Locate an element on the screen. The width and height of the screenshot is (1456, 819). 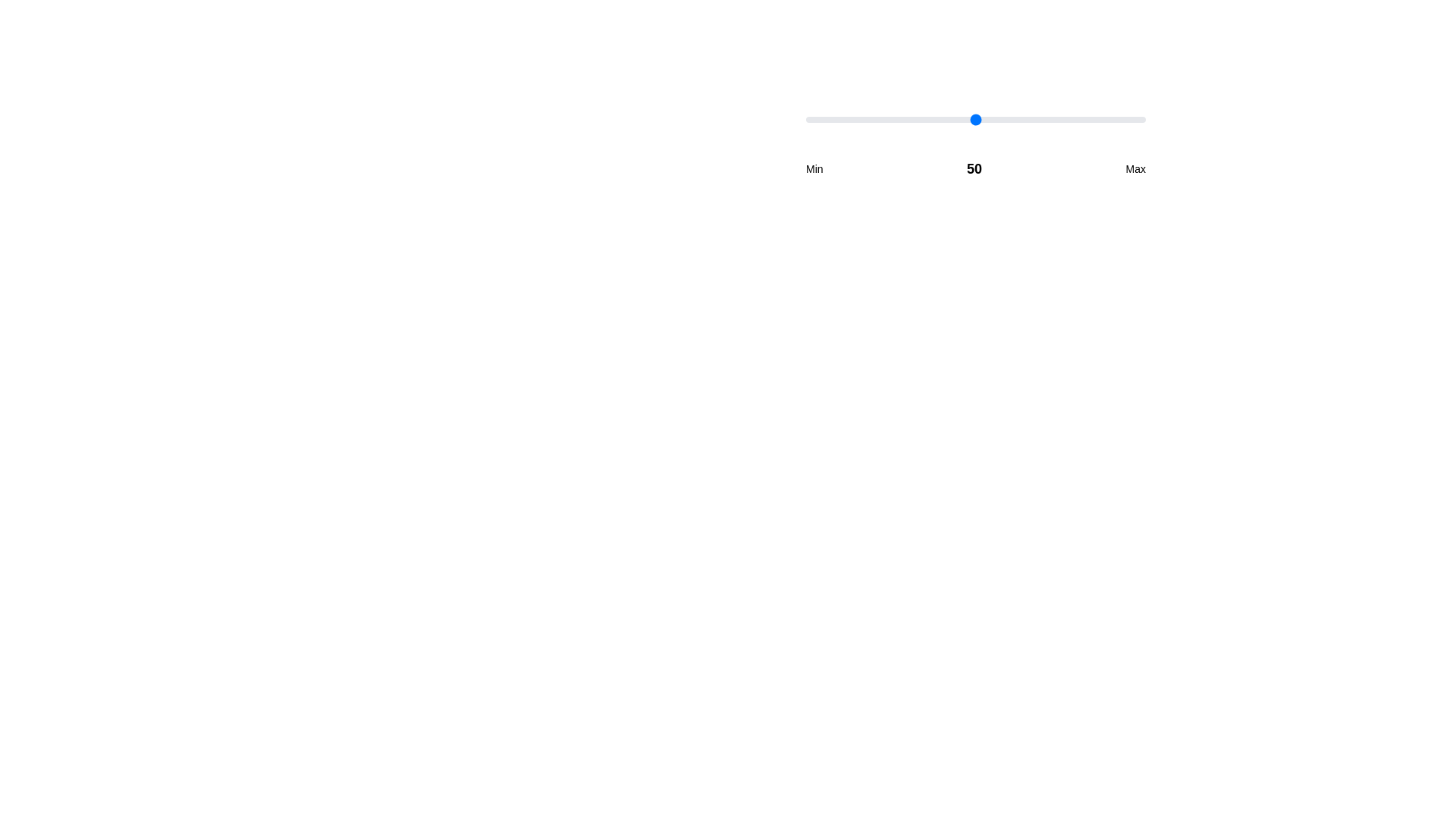
the static text label displaying the number '50', which is centrally aligned between the labels 'Min' and 'Max' below a horizontal bar is located at coordinates (974, 169).